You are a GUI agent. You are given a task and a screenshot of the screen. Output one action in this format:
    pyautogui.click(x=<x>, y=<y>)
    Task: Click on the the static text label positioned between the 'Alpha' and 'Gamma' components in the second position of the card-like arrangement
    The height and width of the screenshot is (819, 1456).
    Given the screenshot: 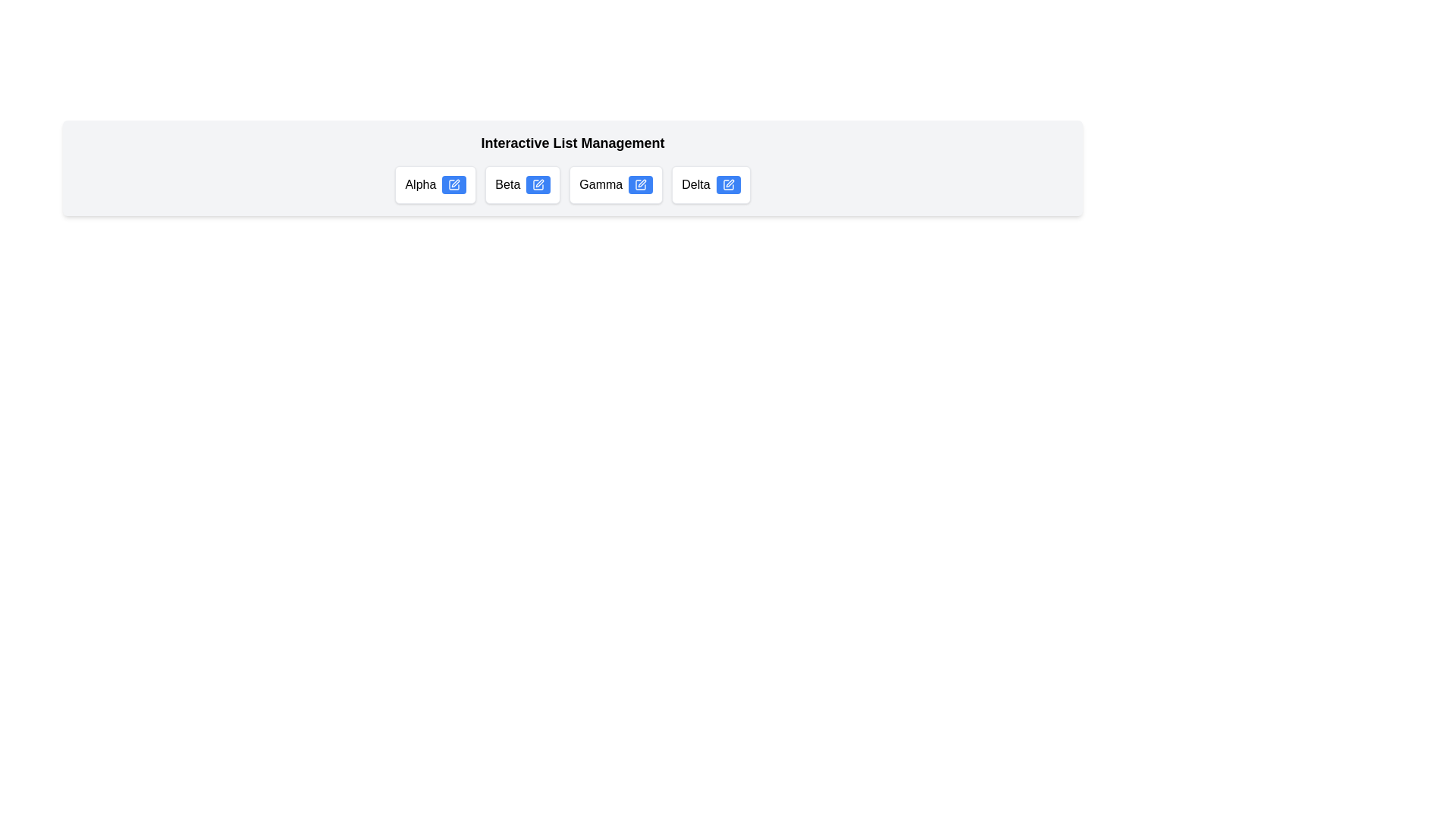 What is the action you would take?
    pyautogui.click(x=507, y=184)
    